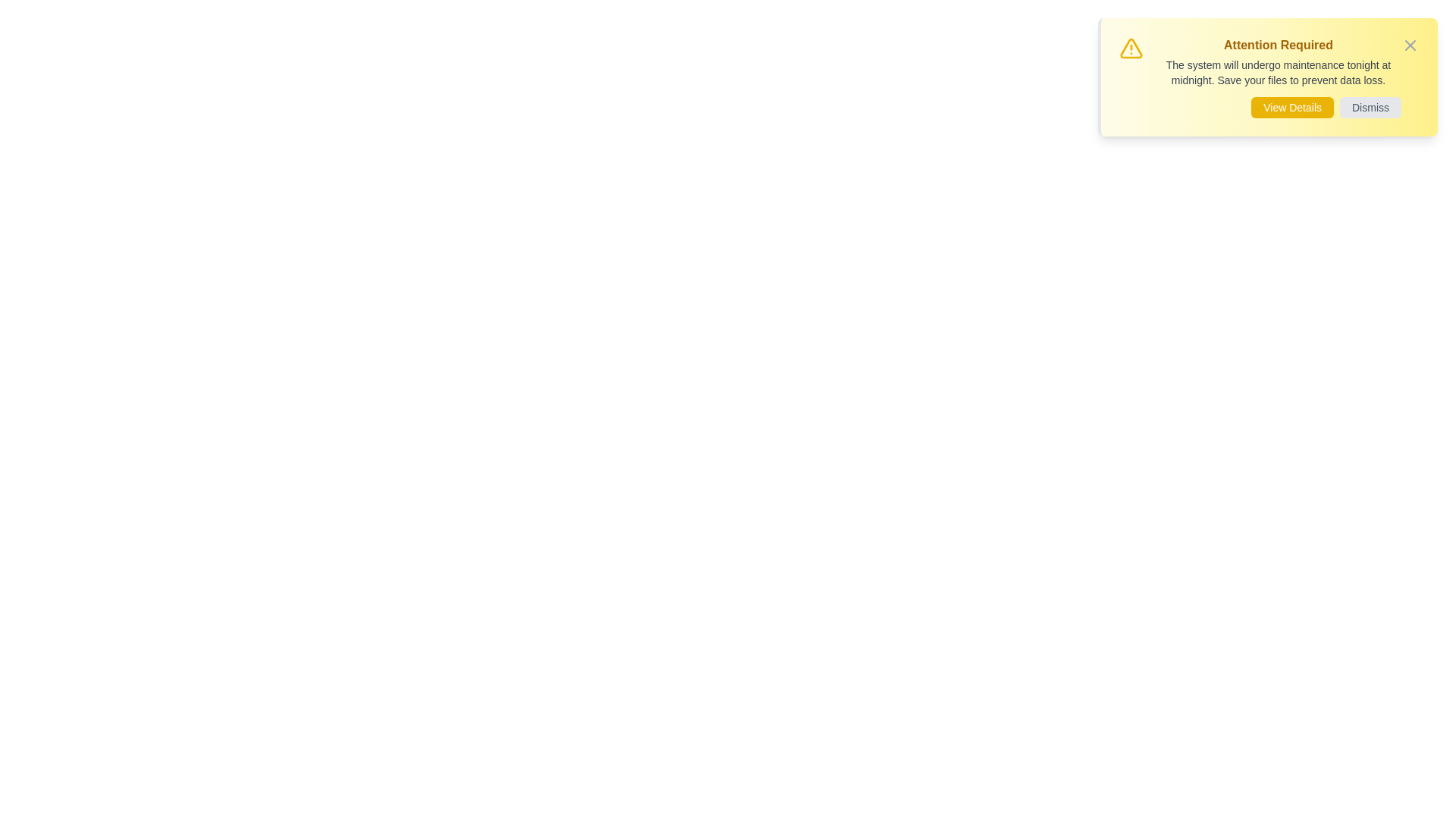 The width and height of the screenshot is (1456, 819). I want to click on the close icon of the alert to dismiss it, so click(1410, 45).